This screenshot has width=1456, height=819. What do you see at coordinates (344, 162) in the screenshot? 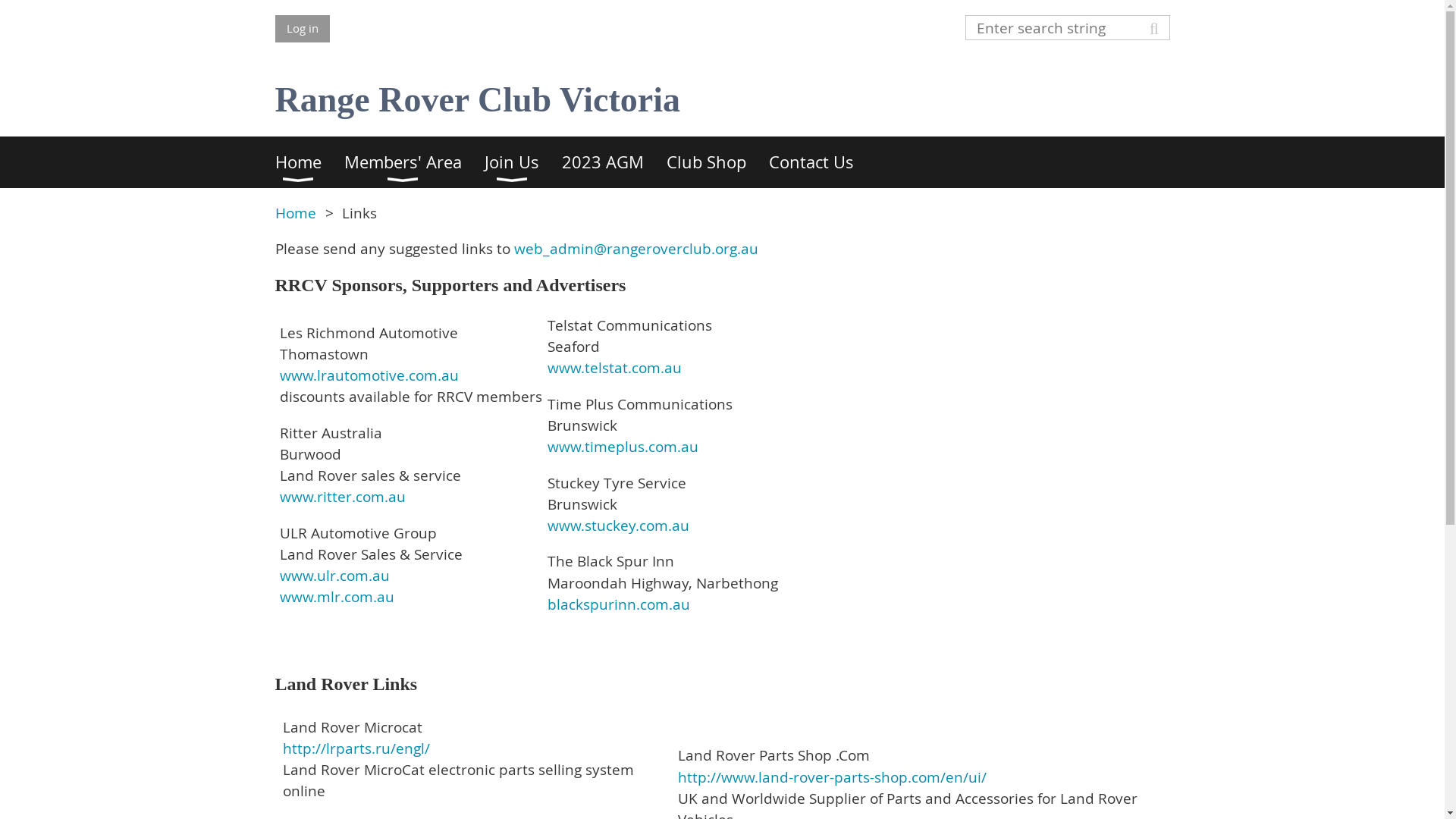
I see `'Members' Area'` at bounding box center [344, 162].